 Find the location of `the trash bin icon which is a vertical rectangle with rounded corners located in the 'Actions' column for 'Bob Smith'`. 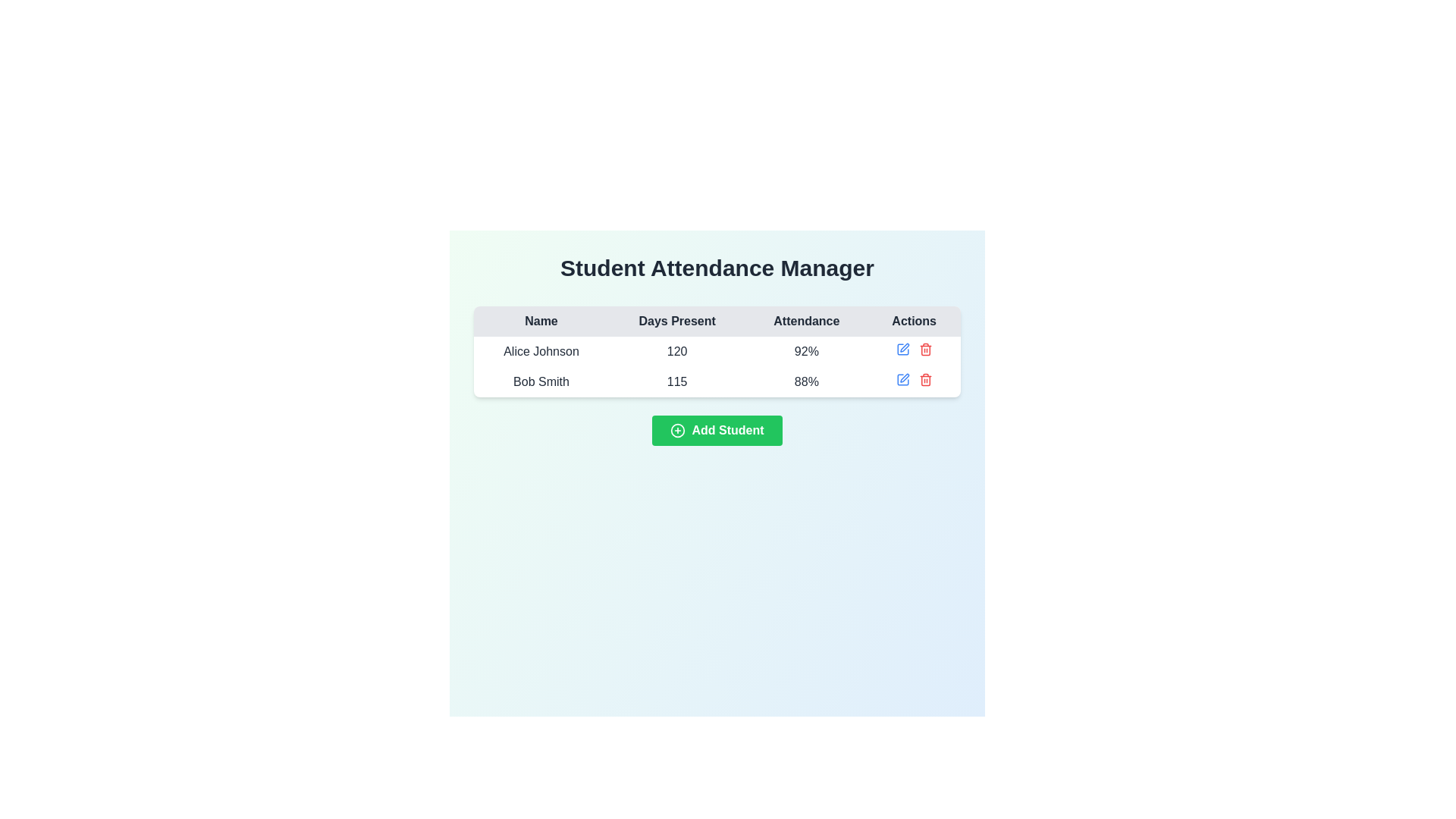

the trash bin icon which is a vertical rectangle with rounded corners located in the 'Actions' column for 'Bob Smith' is located at coordinates (924, 380).